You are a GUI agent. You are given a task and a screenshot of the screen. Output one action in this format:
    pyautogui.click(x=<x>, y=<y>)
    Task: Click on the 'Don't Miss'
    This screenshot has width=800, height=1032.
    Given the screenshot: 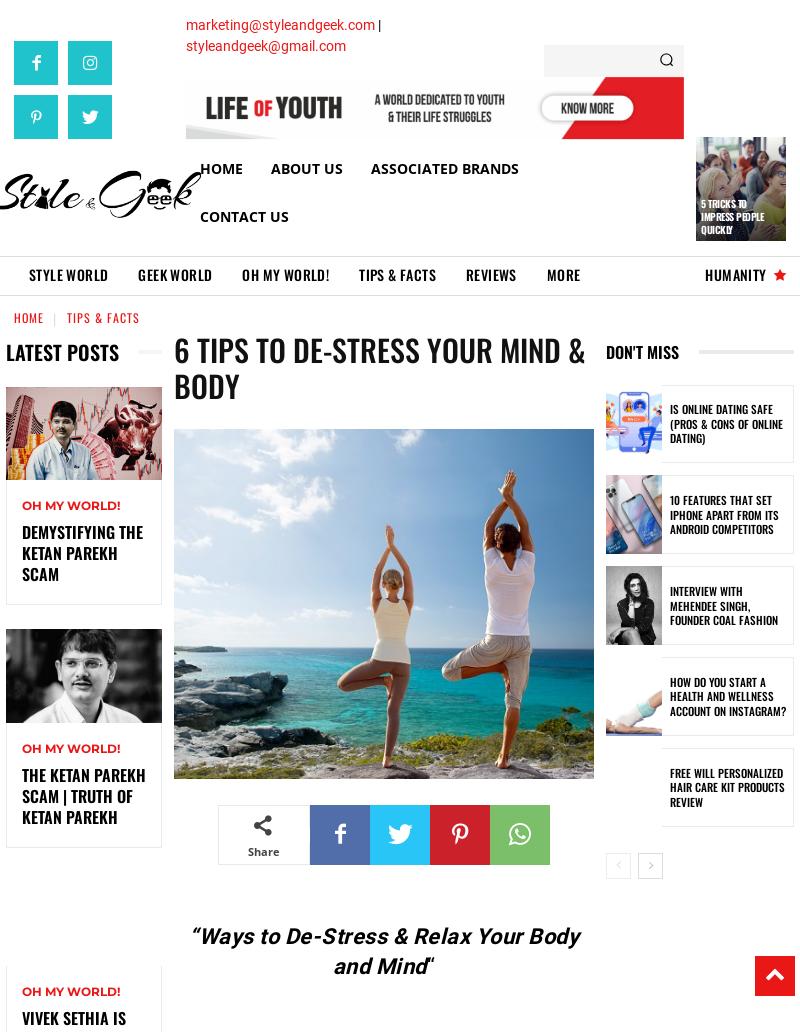 What is the action you would take?
    pyautogui.click(x=641, y=350)
    